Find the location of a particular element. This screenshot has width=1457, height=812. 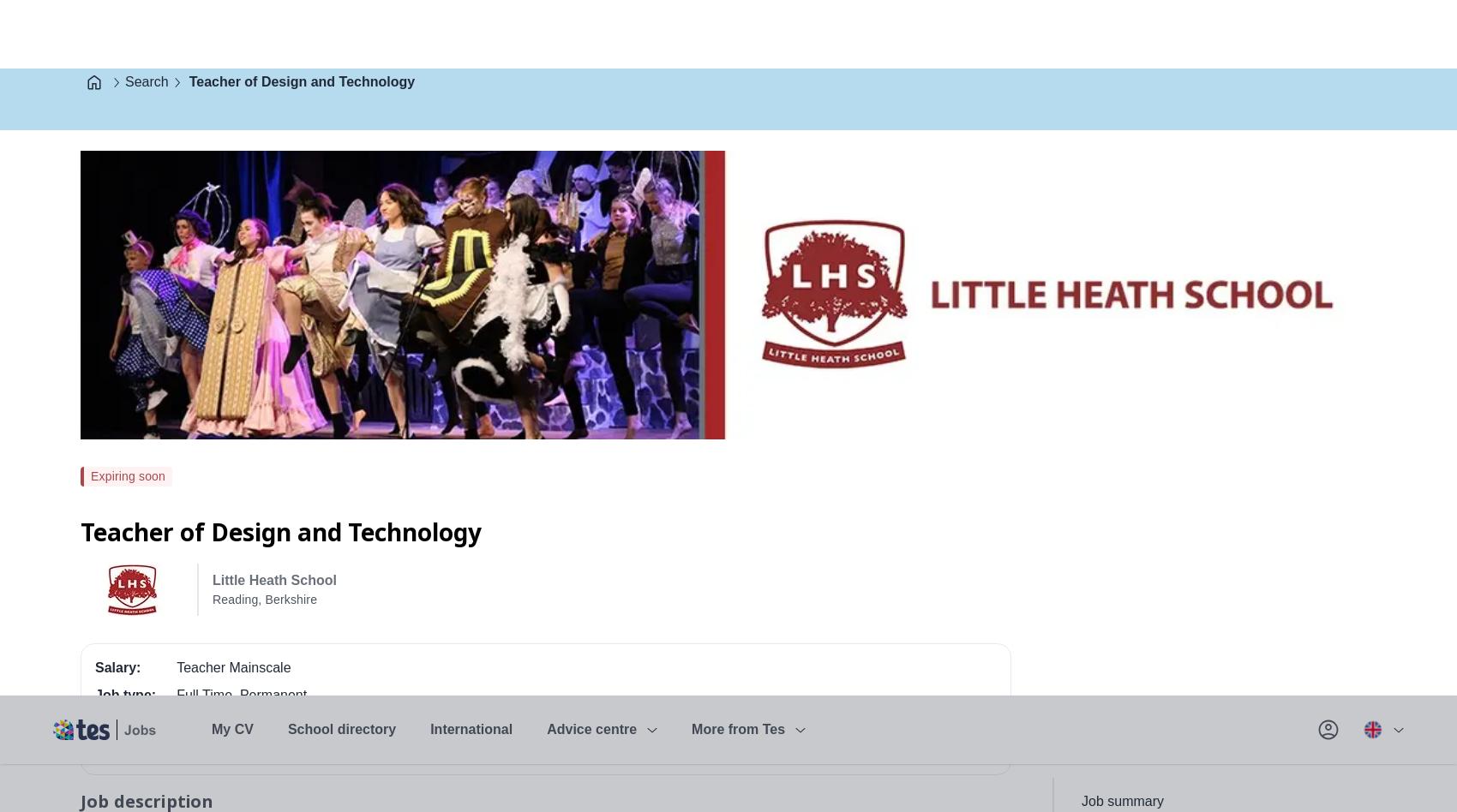

'For an application form and information pack please contact Emma Tedstone at Little Heath School on' is located at coordinates (392, 495).